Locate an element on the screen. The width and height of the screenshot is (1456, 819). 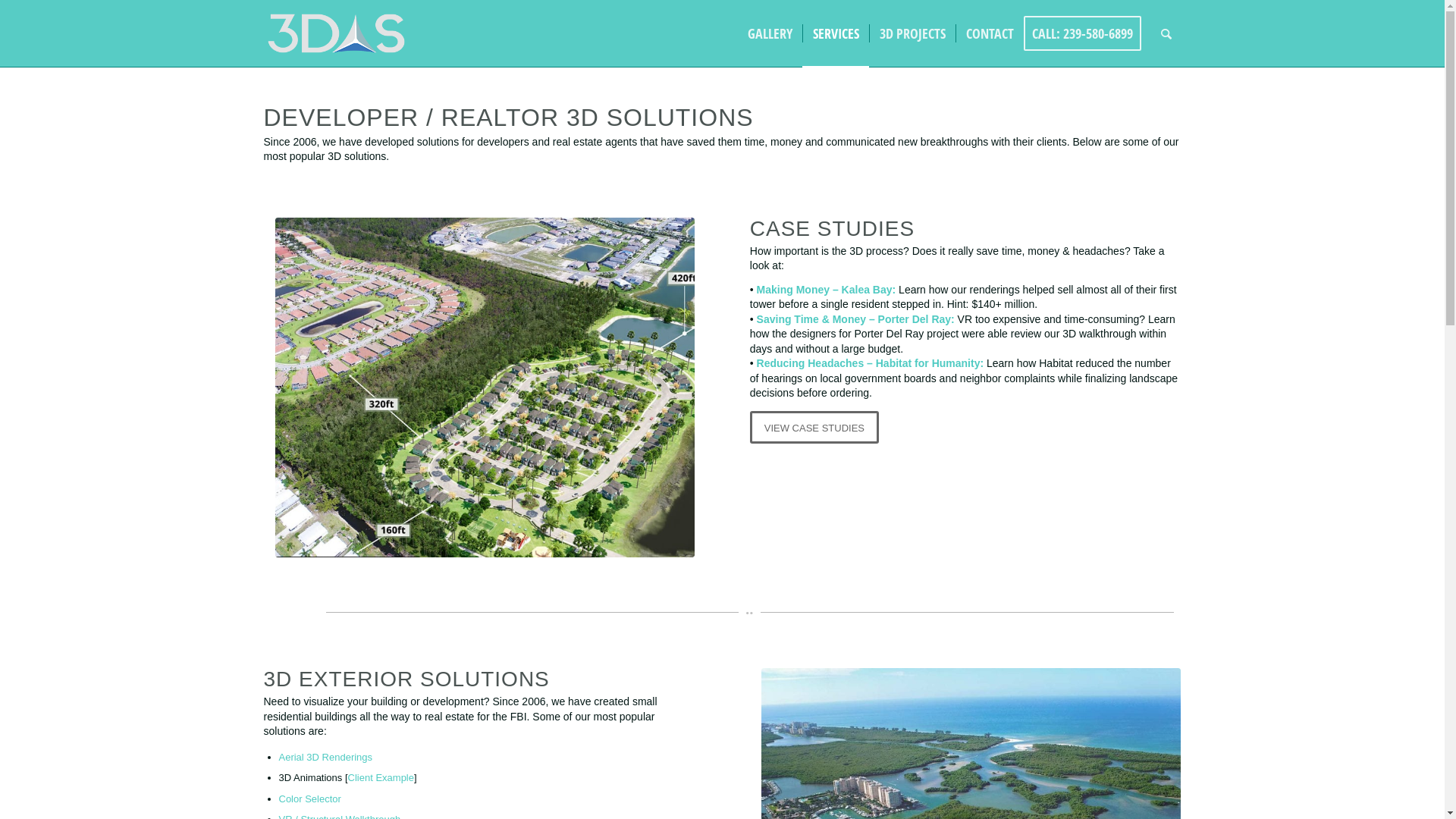
'Color Selector' is located at coordinates (309, 798).